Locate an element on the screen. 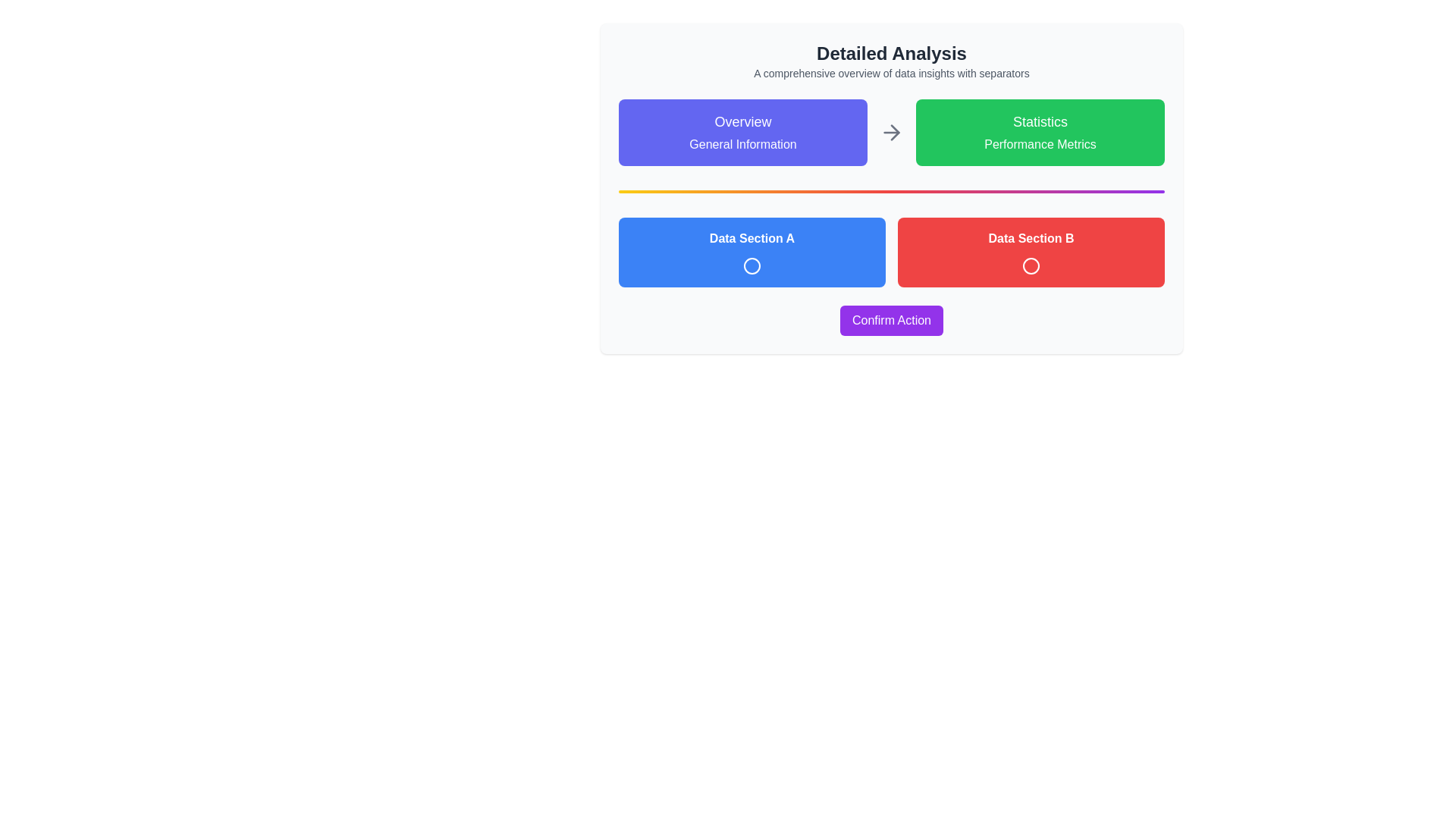  the circular icon with a white border located in the bottom-right of the 'Data Section B' button is located at coordinates (1031, 265).